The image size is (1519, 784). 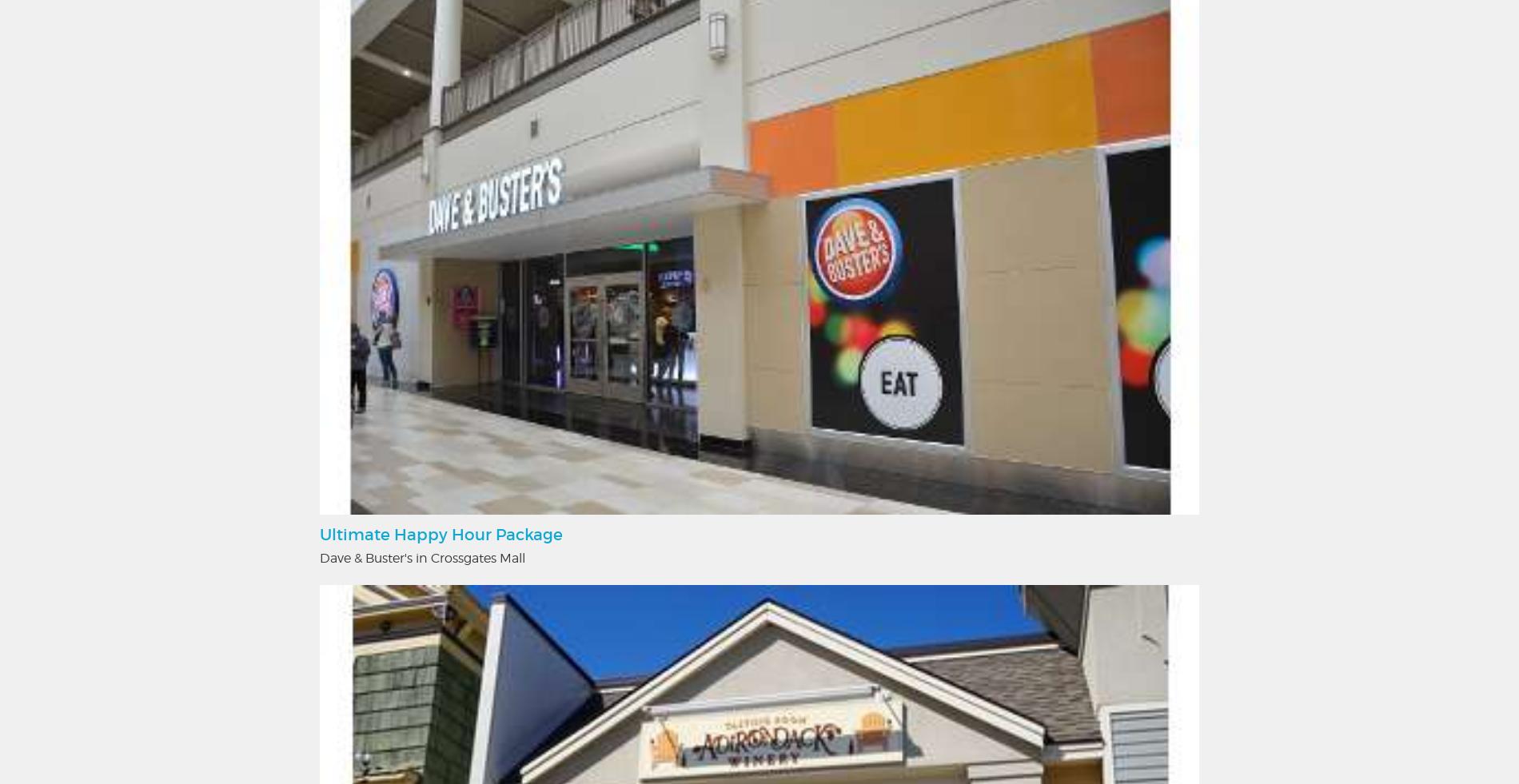 What do you see at coordinates (758, 272) in the screenshot?
I see `'We strive to insure accuracy on Albany.com however accuracy cannot be guaranteed. Information is subject to change.'` at bounding box center [758, 272].